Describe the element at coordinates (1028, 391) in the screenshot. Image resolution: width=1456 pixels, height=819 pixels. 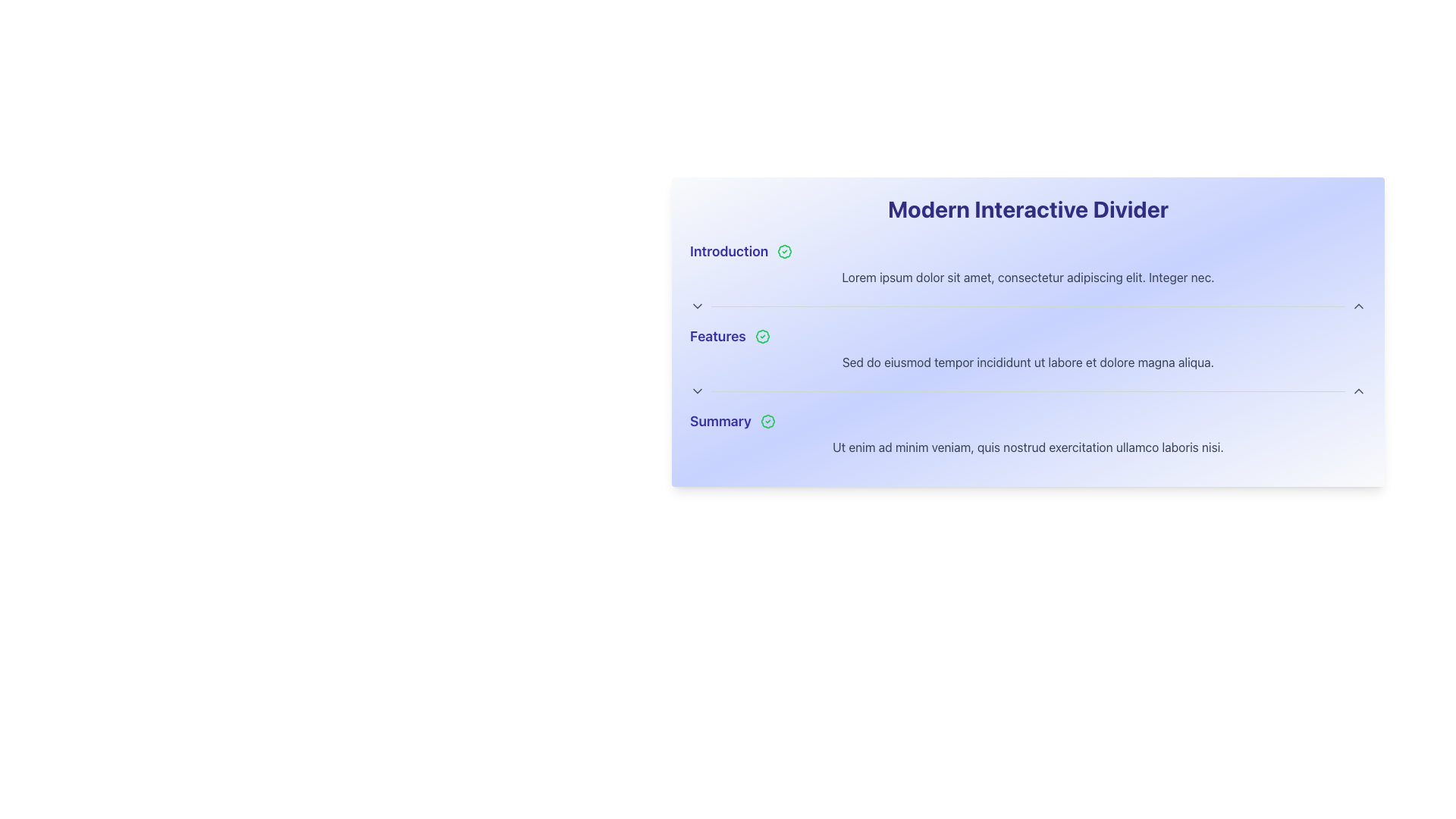
I see `the right arrow on the Horizontal Divider with Interactive Controls` at that location.